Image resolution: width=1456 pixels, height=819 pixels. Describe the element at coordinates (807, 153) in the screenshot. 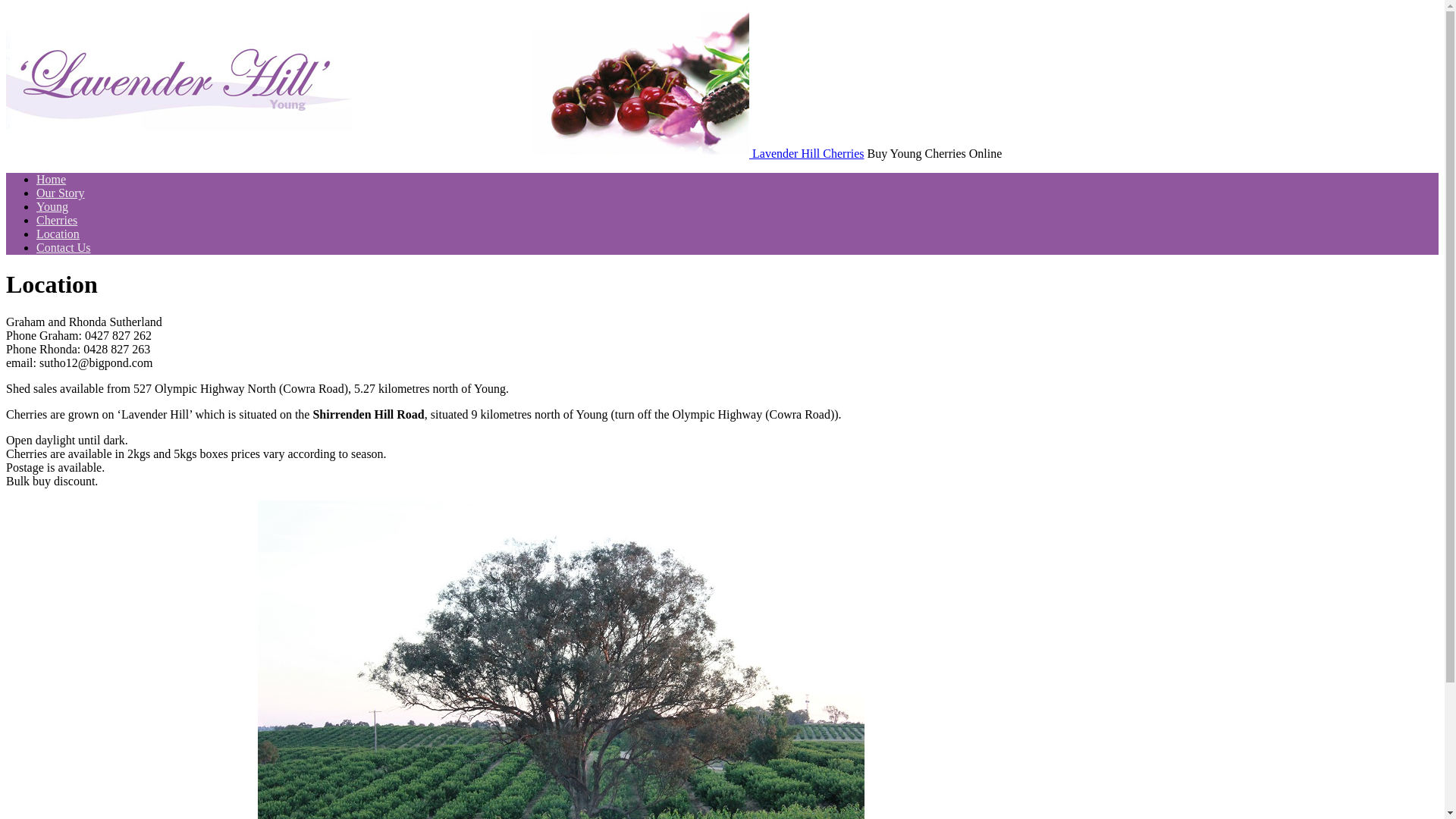

I see `'Lavender Hill Cherries'` at that location.